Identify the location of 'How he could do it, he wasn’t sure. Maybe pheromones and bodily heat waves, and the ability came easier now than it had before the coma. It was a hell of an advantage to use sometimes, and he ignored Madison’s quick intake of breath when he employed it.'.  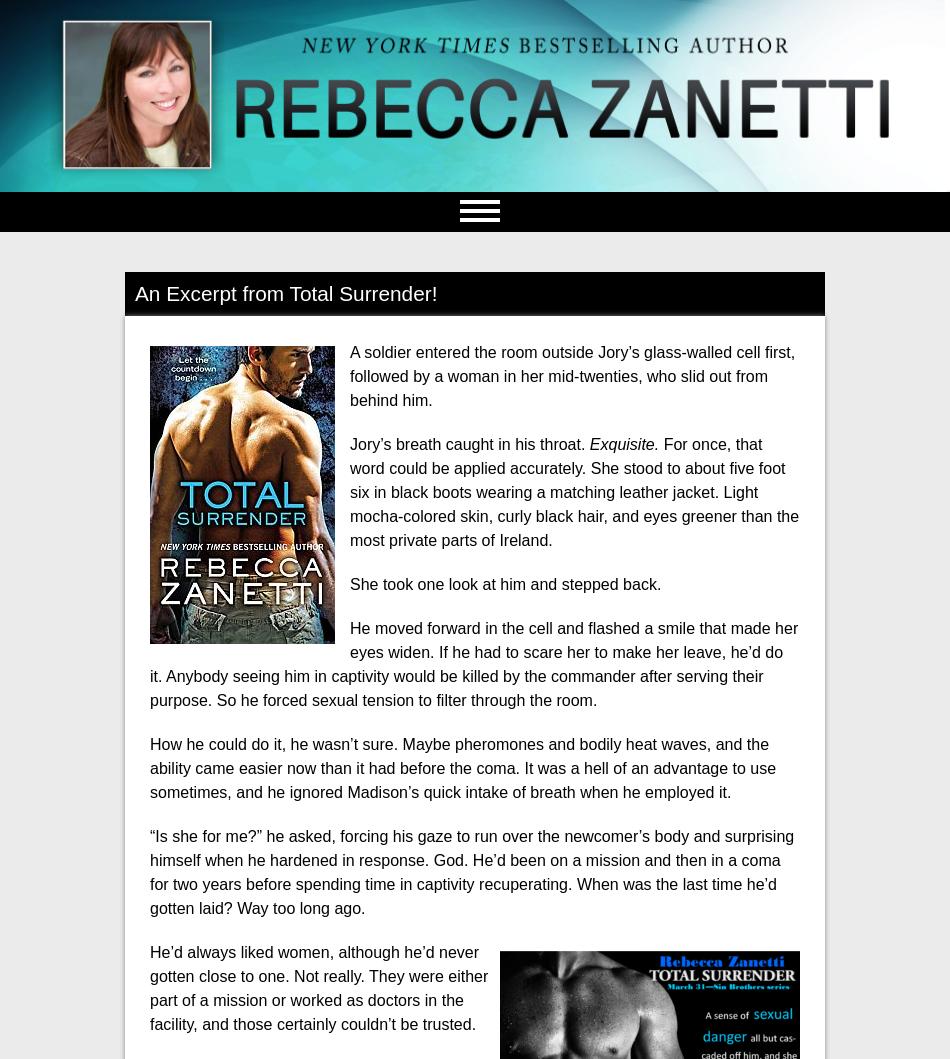
(462, 766).